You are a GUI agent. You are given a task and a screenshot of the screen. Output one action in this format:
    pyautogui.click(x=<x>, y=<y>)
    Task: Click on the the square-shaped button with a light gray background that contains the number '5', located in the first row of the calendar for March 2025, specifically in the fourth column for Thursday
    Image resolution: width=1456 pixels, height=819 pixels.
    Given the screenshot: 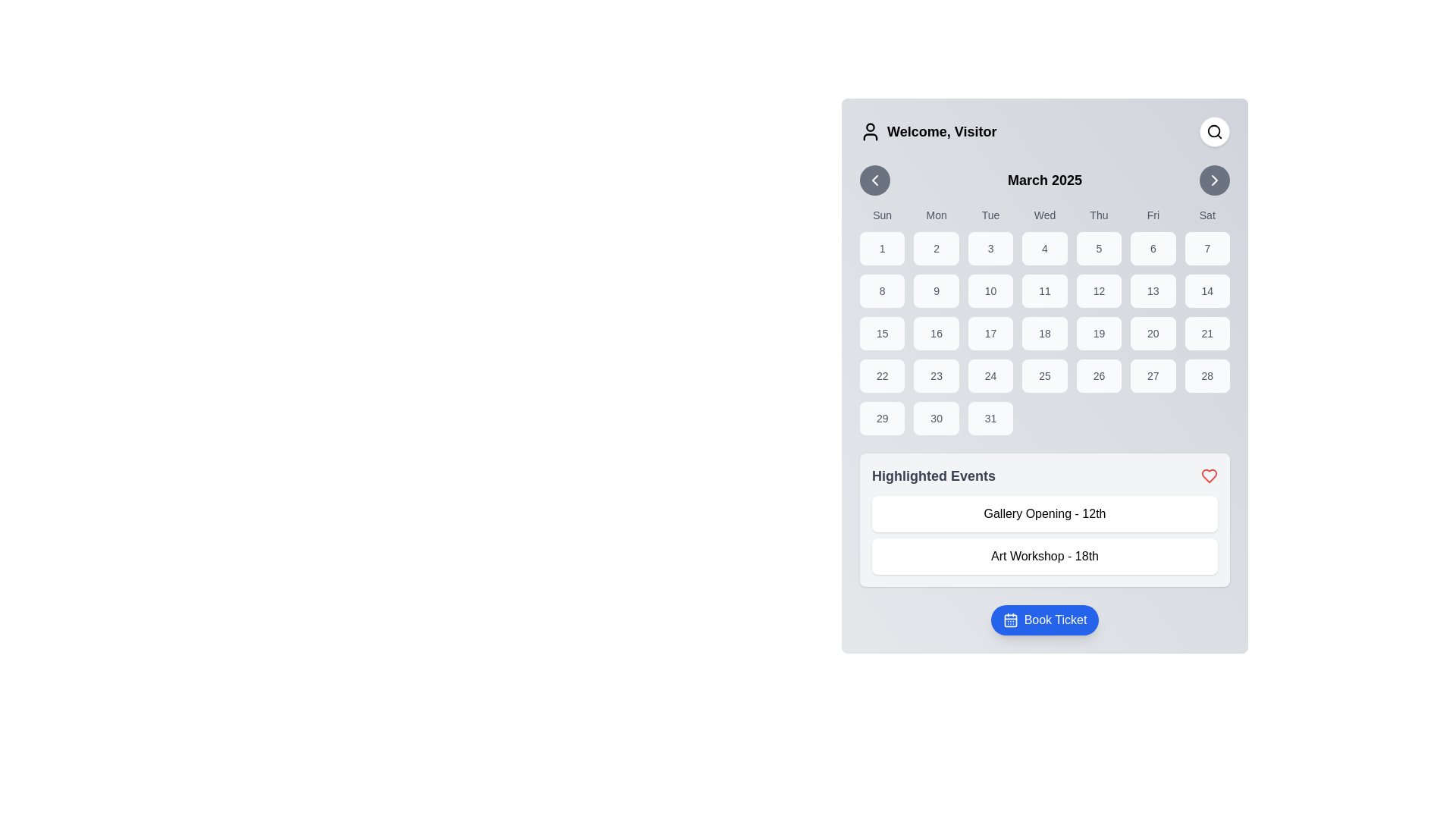 What is the action you would take?
    pyautogui.click(x=1099, y=247)
    